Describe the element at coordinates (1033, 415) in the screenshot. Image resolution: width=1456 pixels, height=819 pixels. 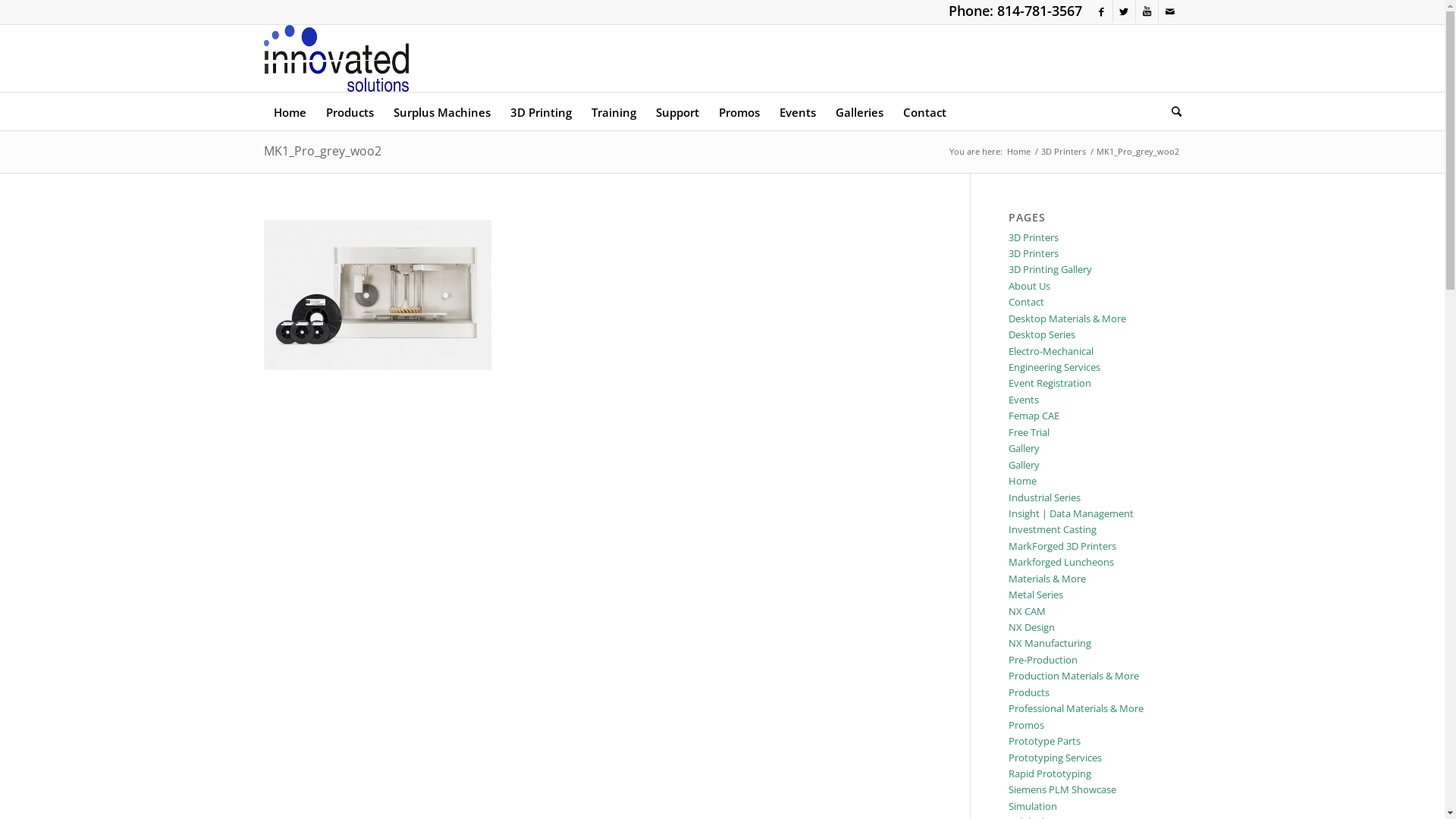
I see `'Femap CAE'` at that location.